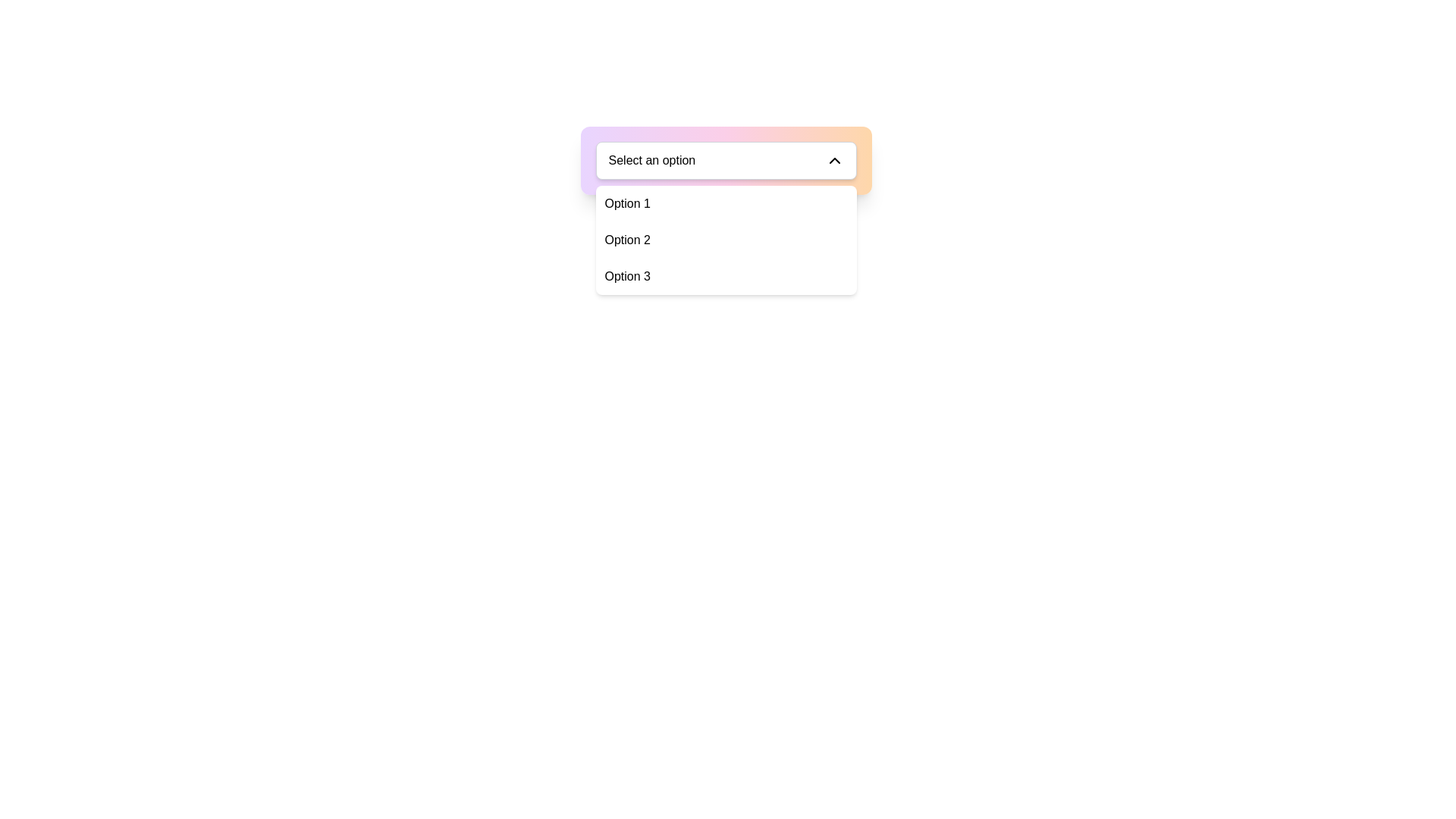 The image size is (1456, 819). What do you see at coordinates (725, 277) in the screenshot?
I see `the dropdown menu item labeled 'Option 3'` at bounding box center [725, 277].